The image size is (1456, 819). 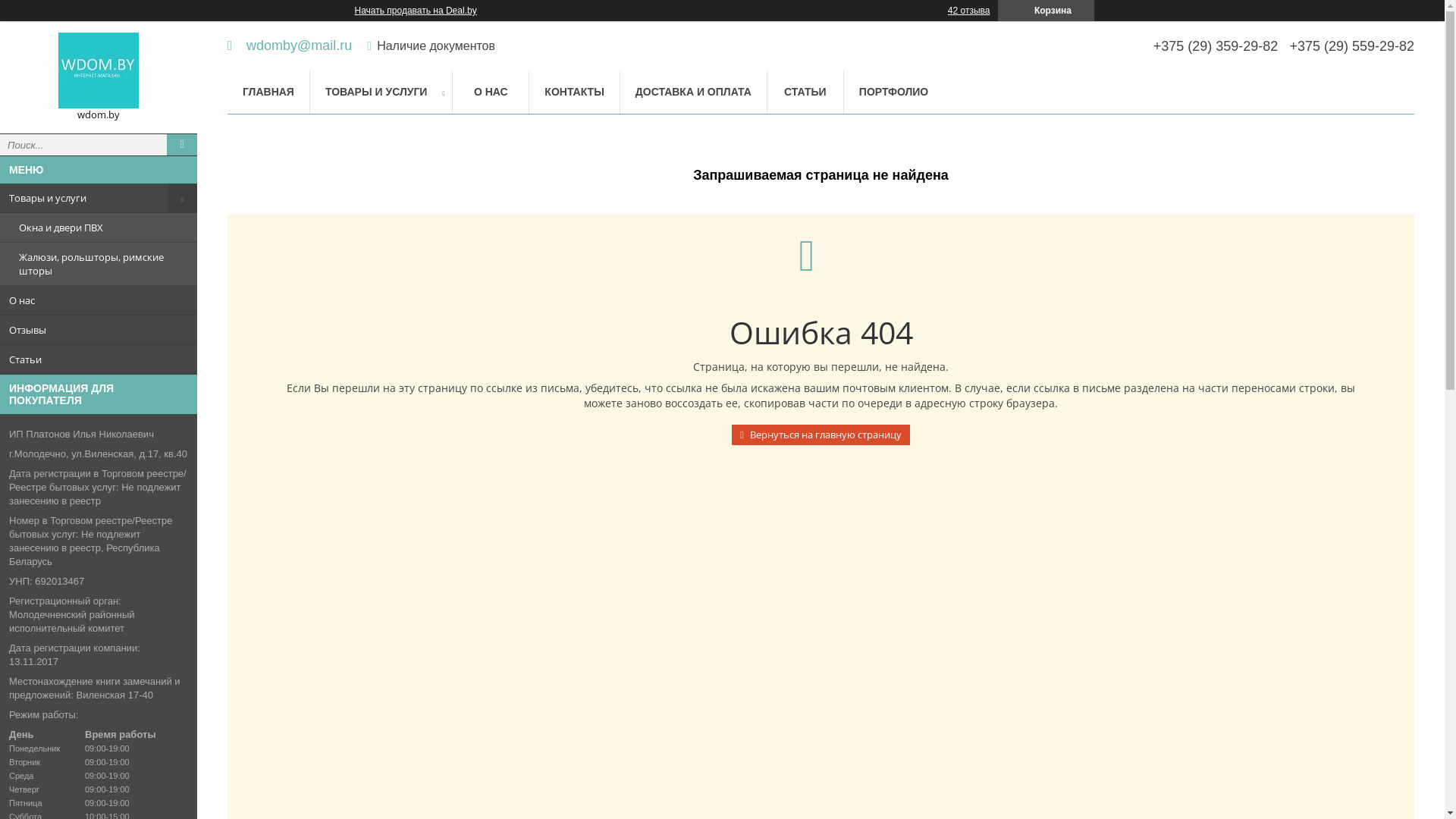 What do you see at coordinates (290, 45) in the screenshot?
I see `'wdomby@mail.ru'` at bounding box center [290, 45].